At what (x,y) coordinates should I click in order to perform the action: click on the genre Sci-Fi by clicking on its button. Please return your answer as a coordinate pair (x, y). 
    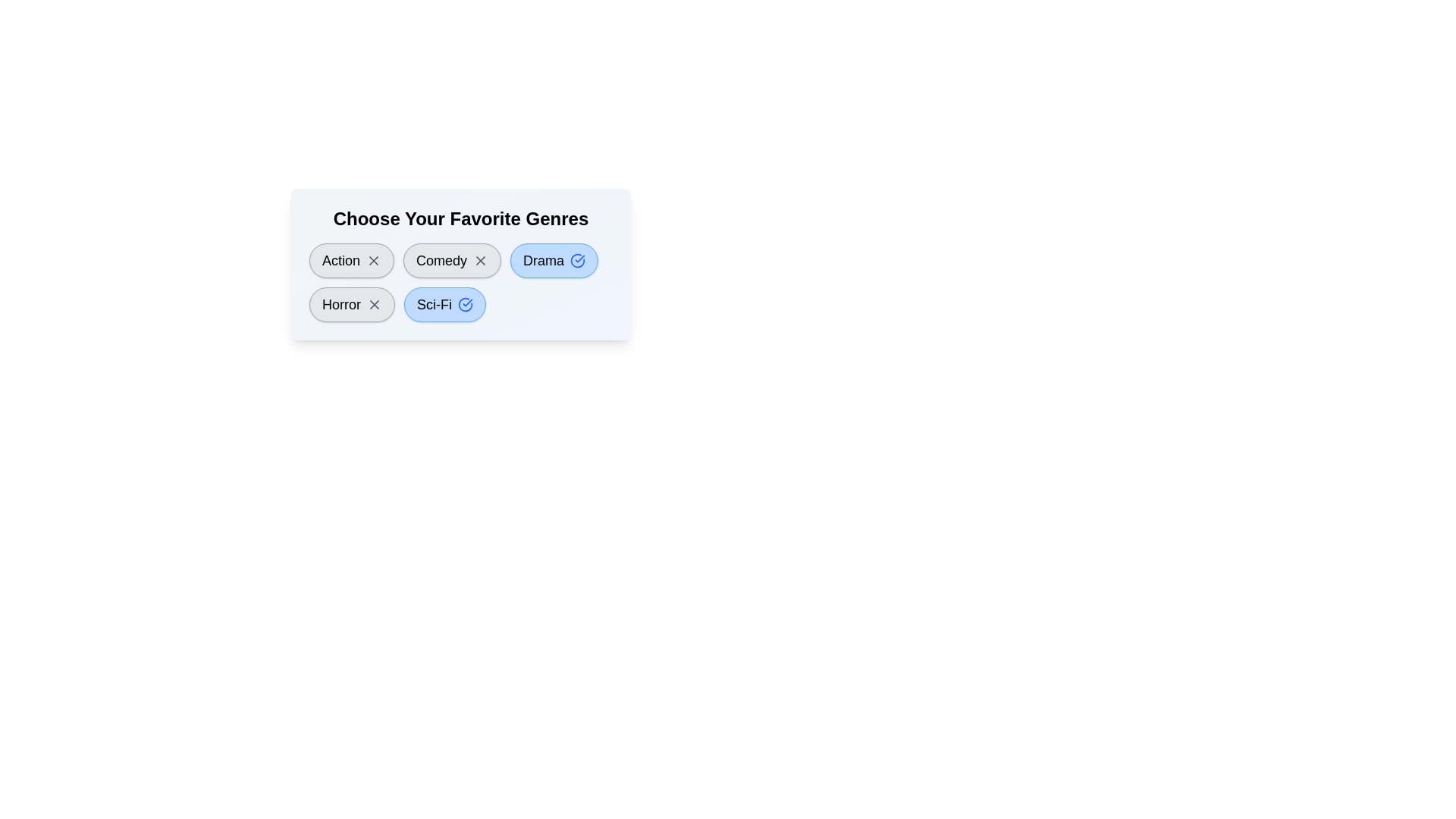
    Looking at the image, I should click on (444, 304).